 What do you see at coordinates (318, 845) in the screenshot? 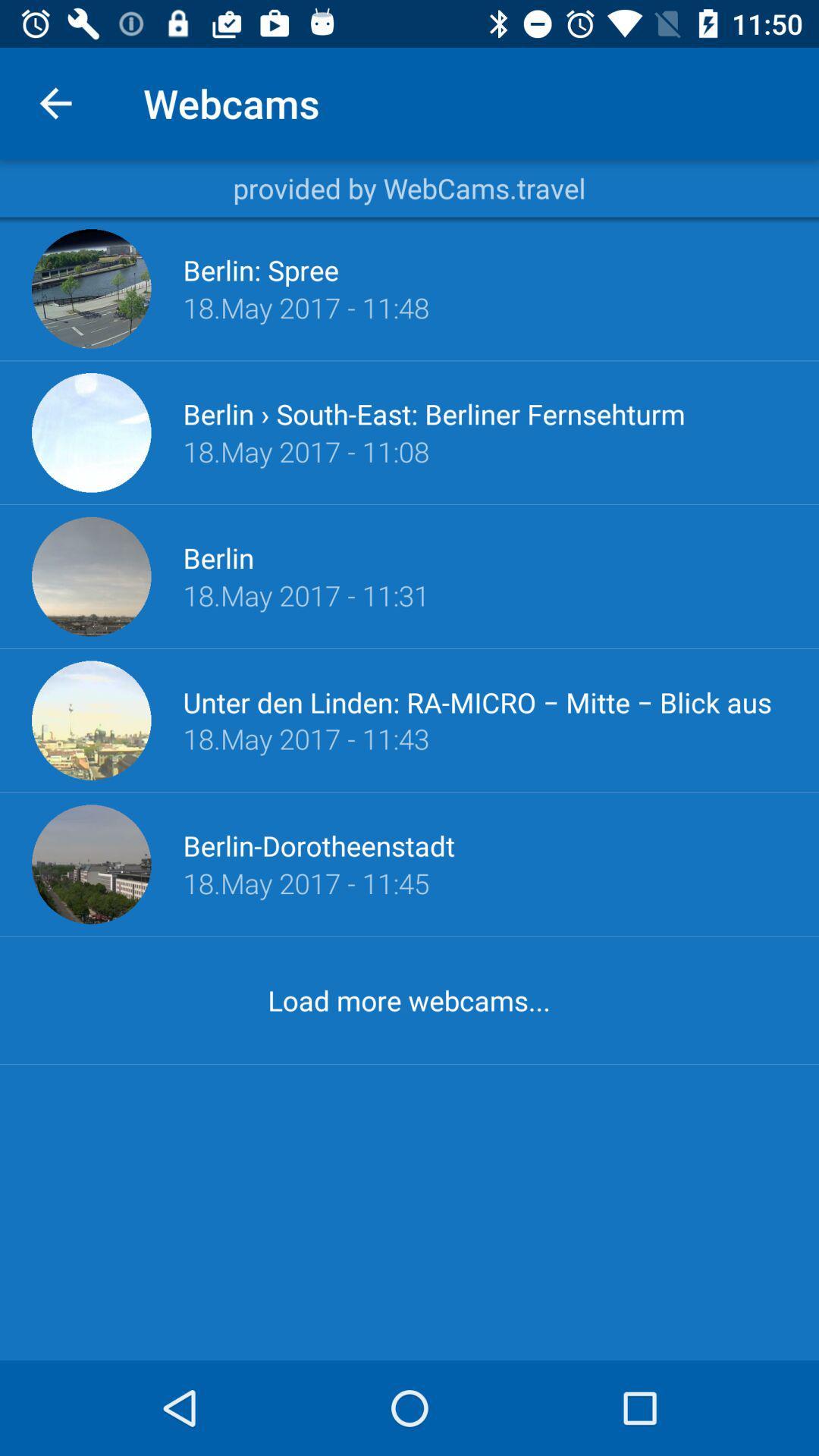
I see `berlin-dorotheenstadt item` at bounding box center [318, 845].